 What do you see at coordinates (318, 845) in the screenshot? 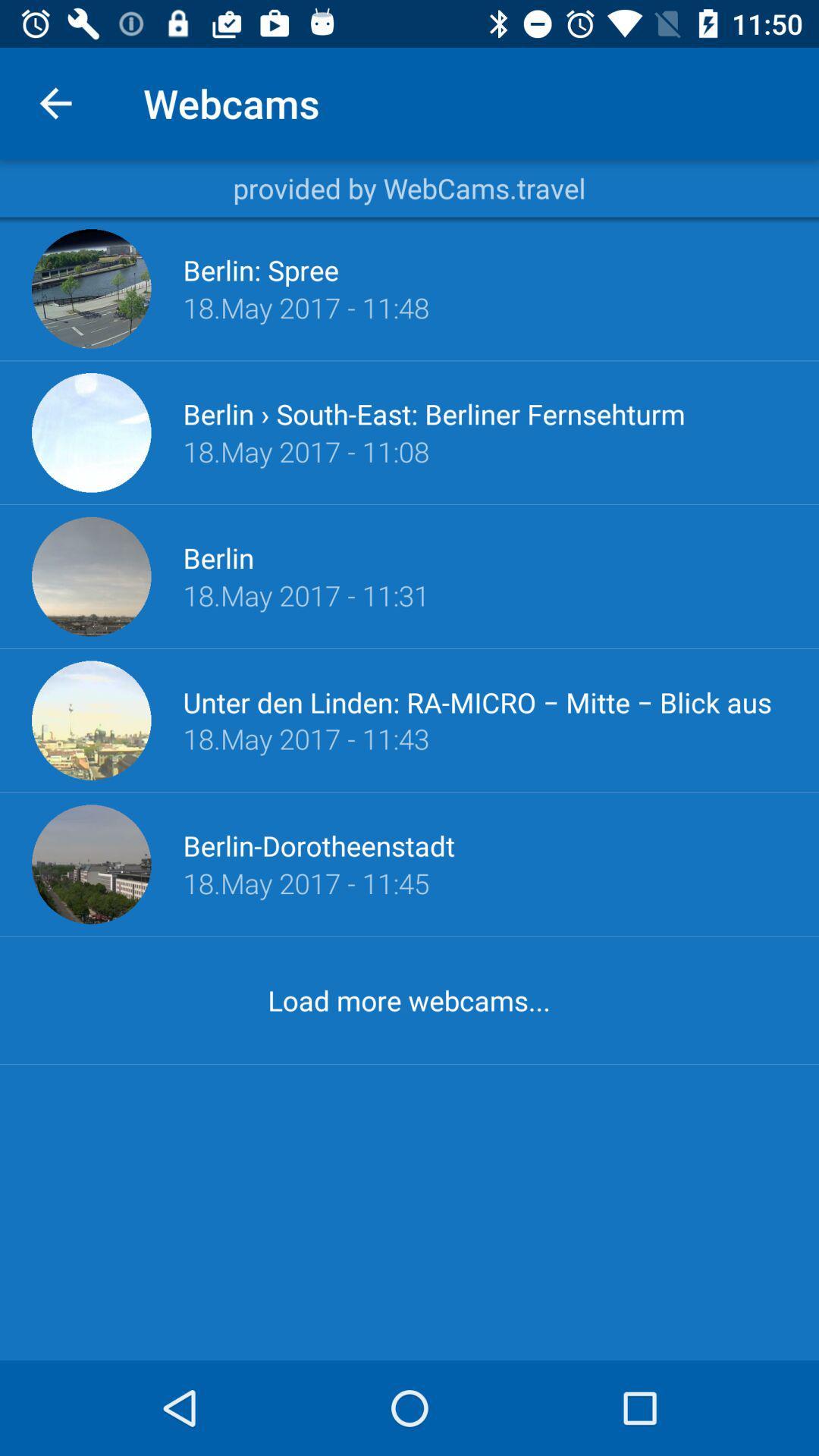
I see `berlin-dorotheenstadt item` at bounding box center [318, 845].